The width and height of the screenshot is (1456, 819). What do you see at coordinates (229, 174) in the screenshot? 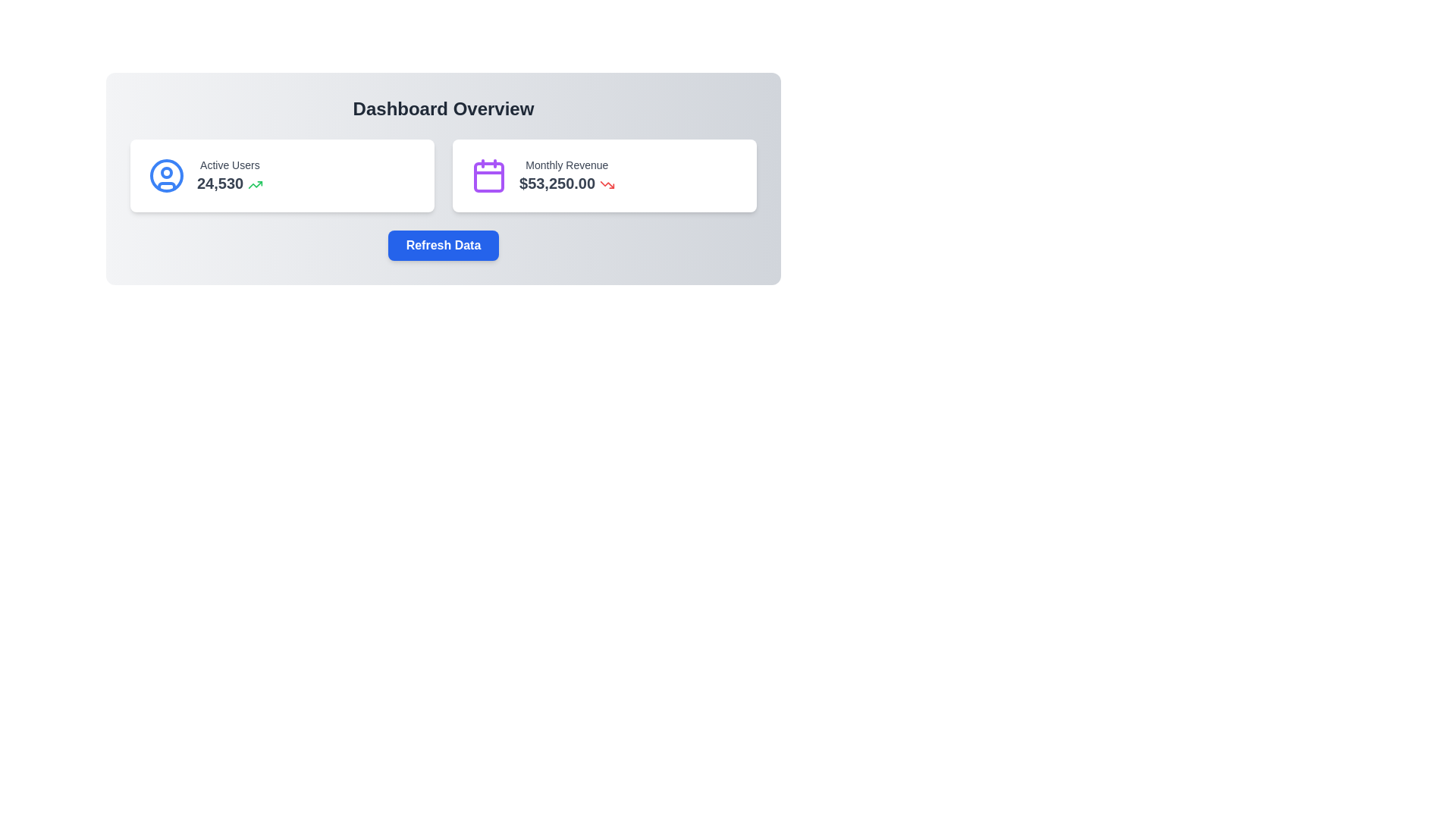
I see `the 'Active Users' textual metric display, which shows the number '24,530' and a green trending upwards arrow icon` at bounding box center [229, 174].